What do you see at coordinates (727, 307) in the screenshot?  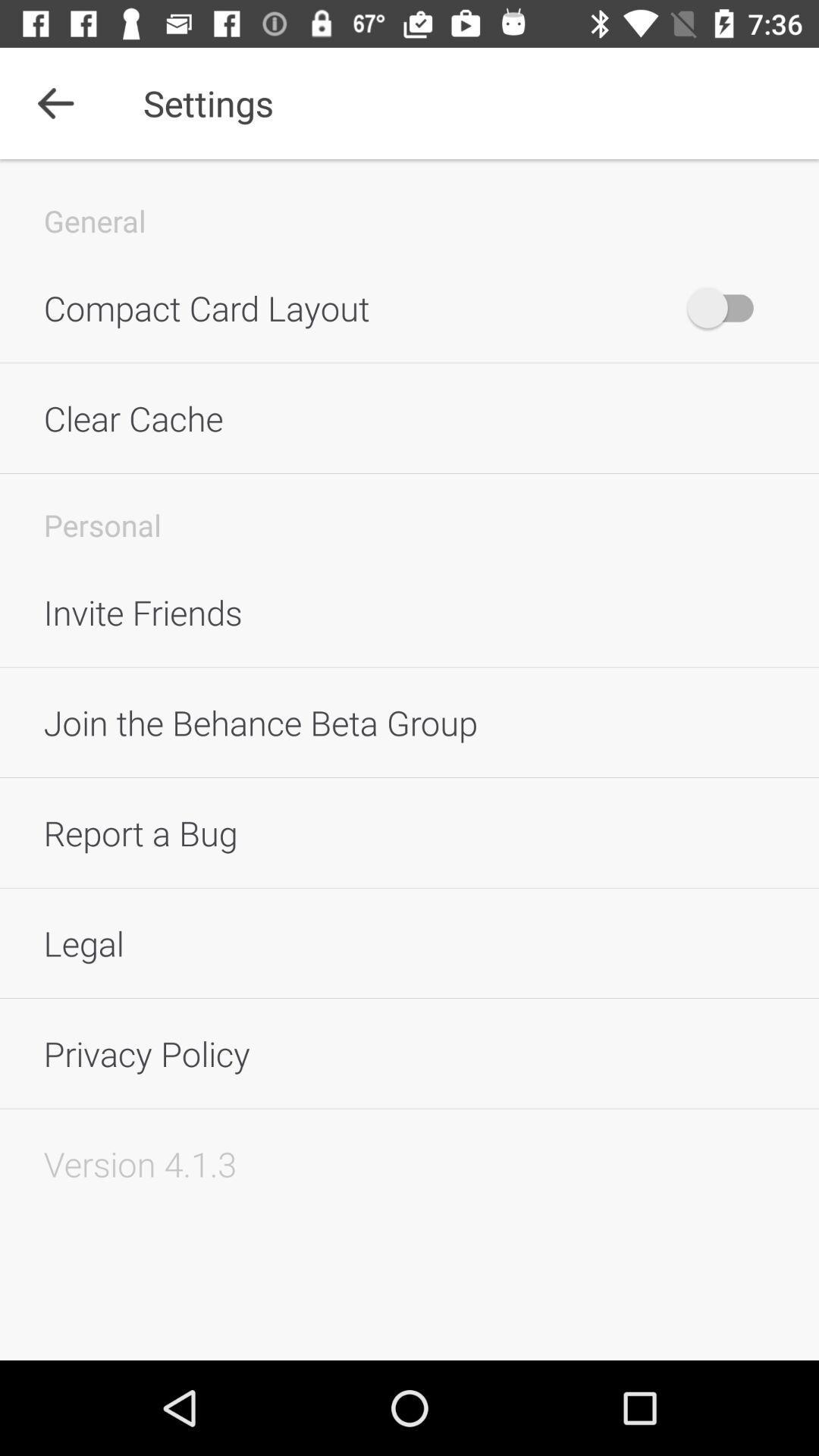 I see `compact layout on/off` at bounding box center [727, 307].